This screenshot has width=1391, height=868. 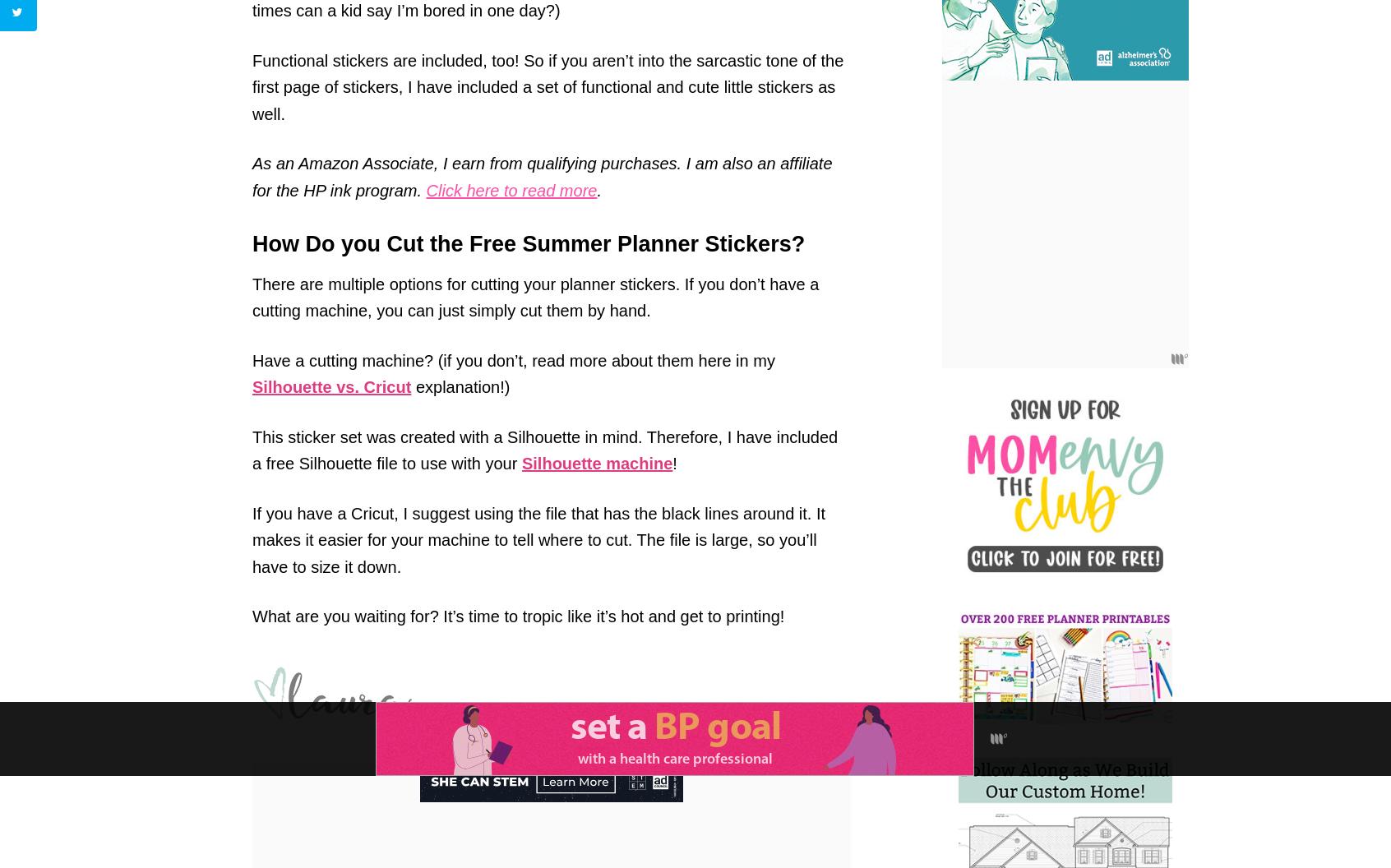 What do you see at coordinates (512, 360) in the screenshot?
I see `'Have a cutting machine? (if you don’t, read more about them here in my'` at bounding box center [512, 360].